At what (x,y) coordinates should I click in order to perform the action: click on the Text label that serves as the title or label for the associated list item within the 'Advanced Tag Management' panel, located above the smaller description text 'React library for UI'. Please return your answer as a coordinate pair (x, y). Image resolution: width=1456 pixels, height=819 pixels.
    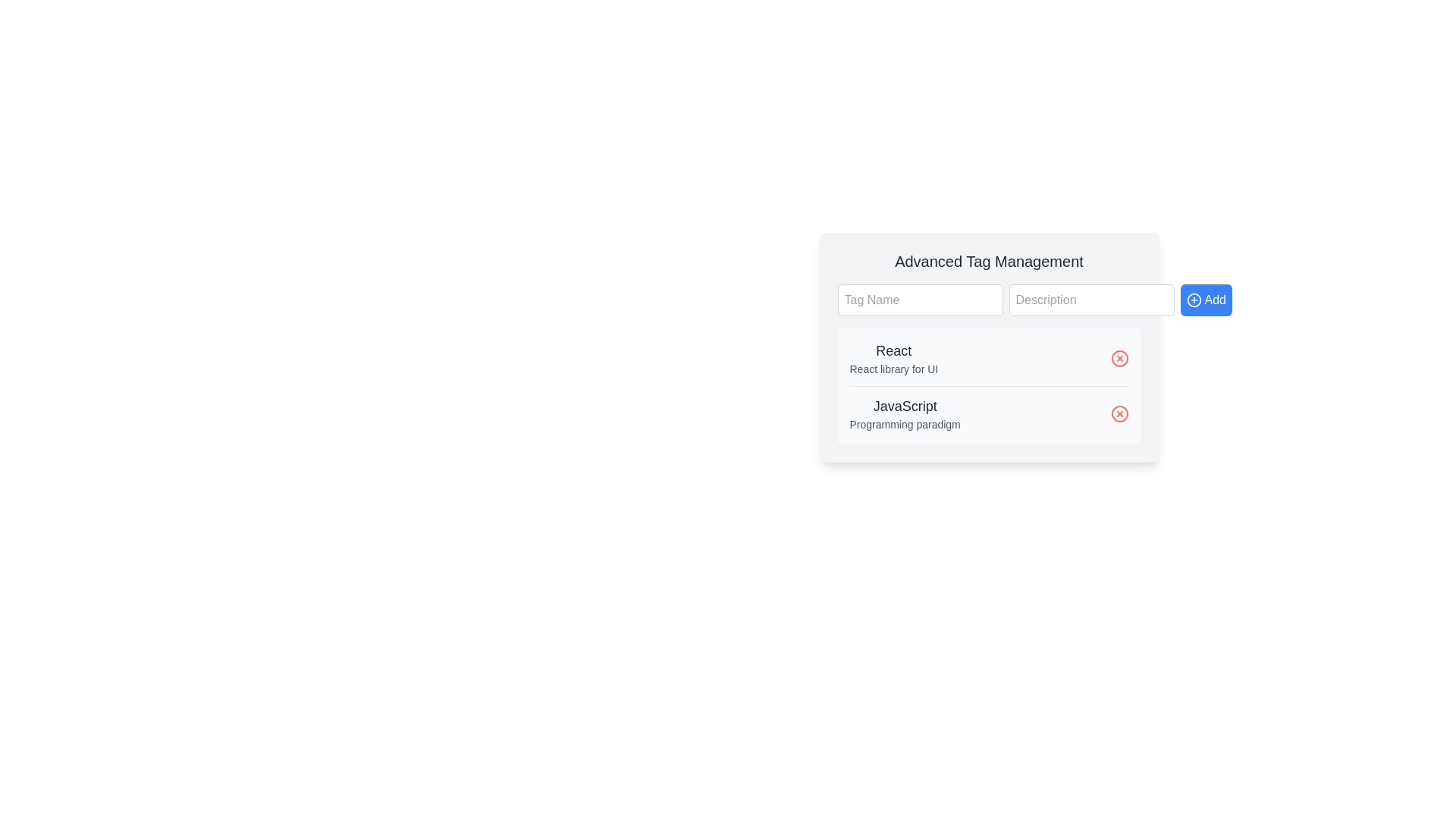
    Looking at the image, I should click on (893, 350).